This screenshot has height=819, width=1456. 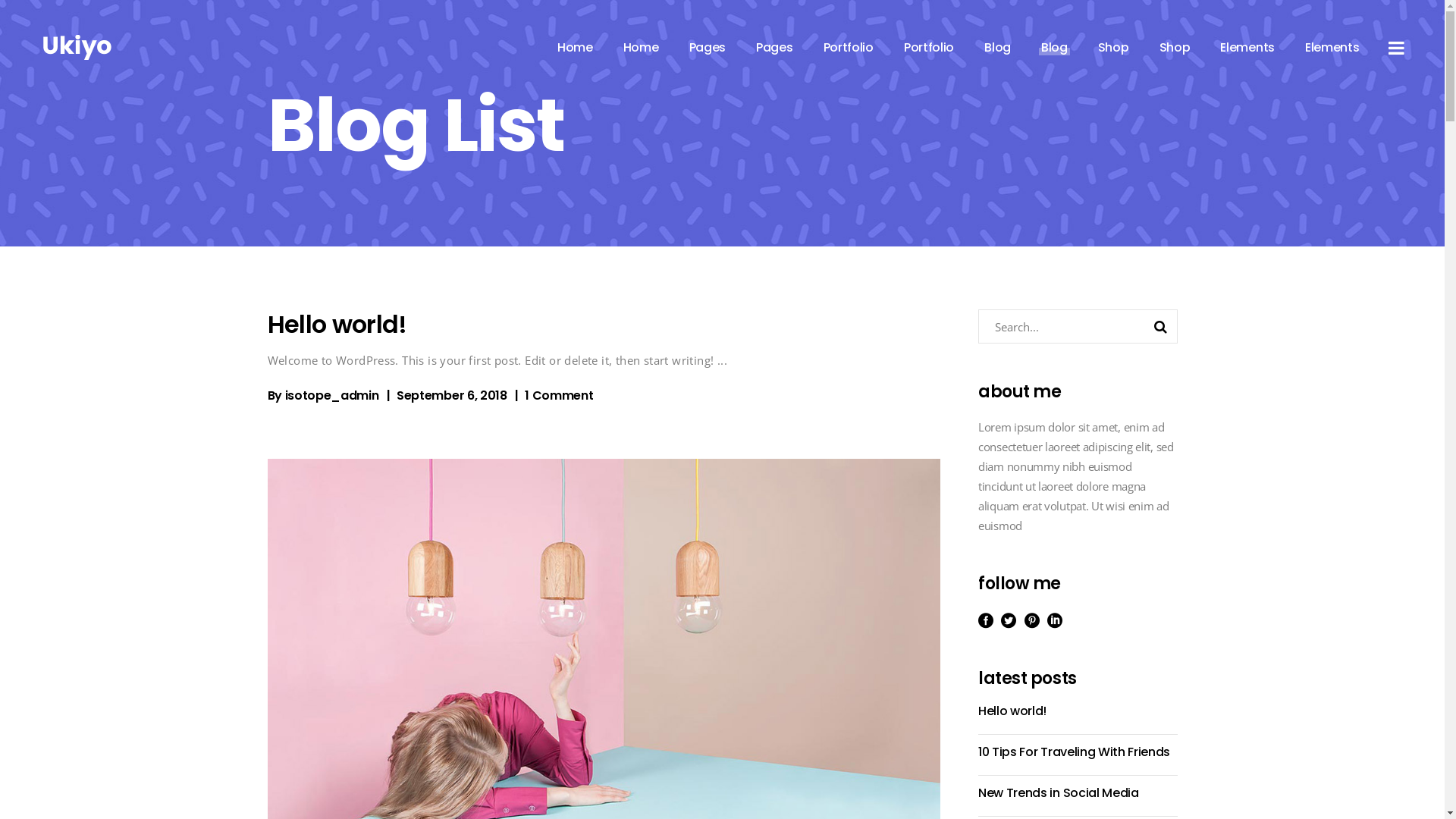 I want to click on 'September 6, 2018', so click(x=450, y=394).